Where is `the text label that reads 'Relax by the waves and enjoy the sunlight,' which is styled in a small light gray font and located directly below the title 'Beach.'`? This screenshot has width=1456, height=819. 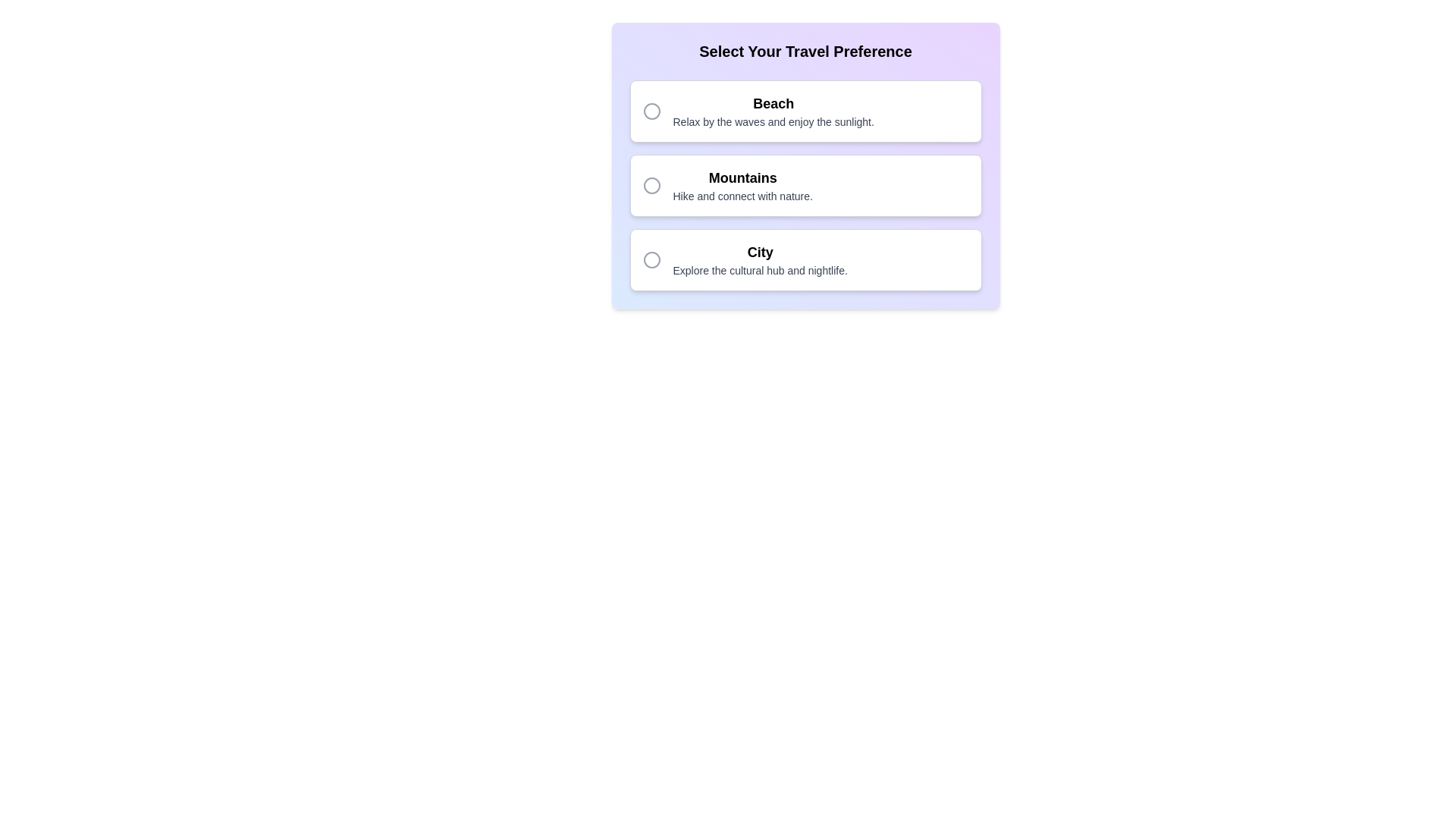
the text label that reads 'Relax by the waves and enjoy the sunlight,' which is styled in a small light gray font and located directly below the title 'Beach.' is located at coordinates (773, 121).